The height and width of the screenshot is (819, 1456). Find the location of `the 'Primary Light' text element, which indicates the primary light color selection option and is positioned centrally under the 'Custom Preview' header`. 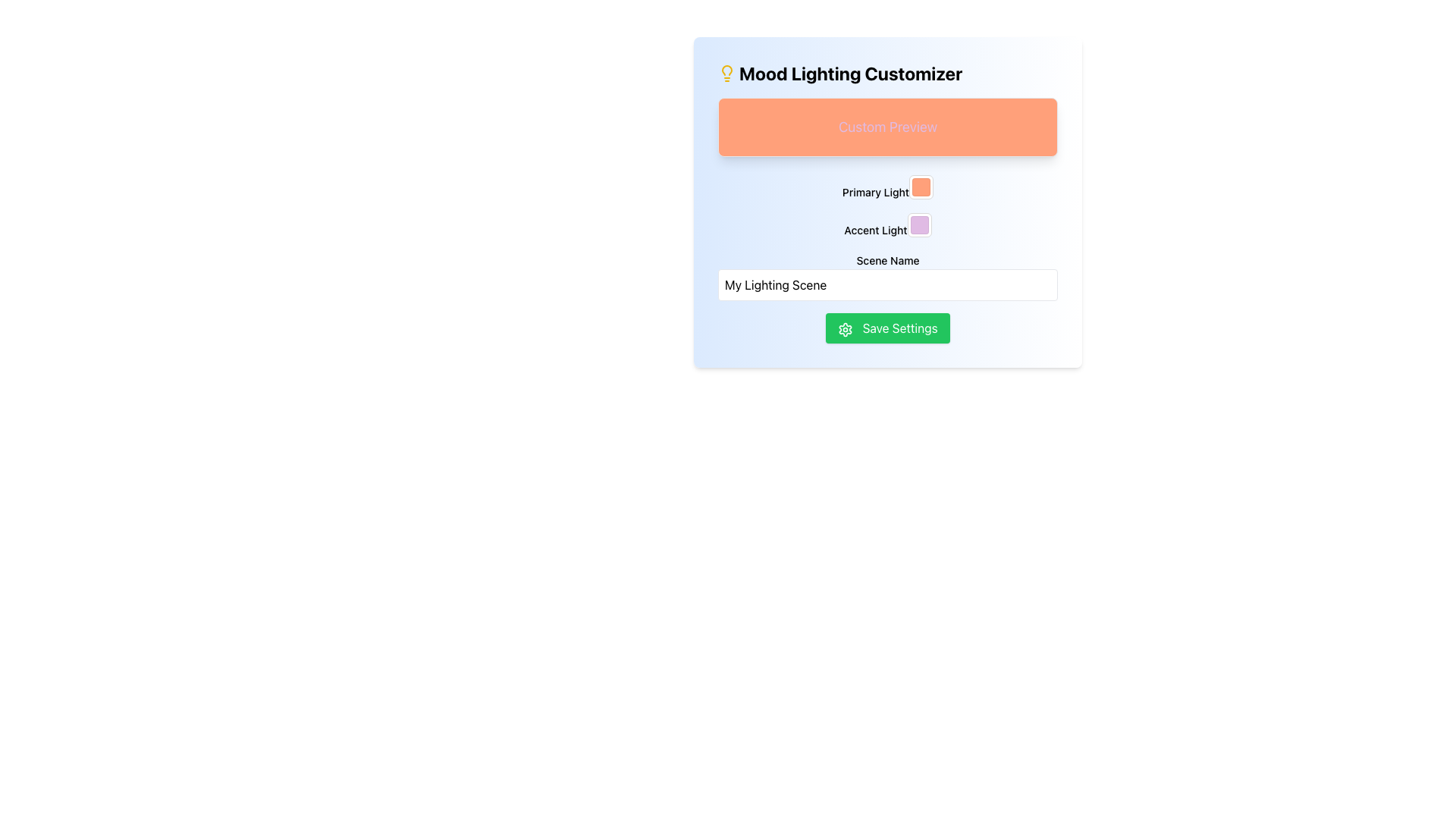

the 'Primary Light' text element, which indicates the primary light color selection option and is positioned centrally under the 'Custom Preview' header is located at coordinates (876, 191).